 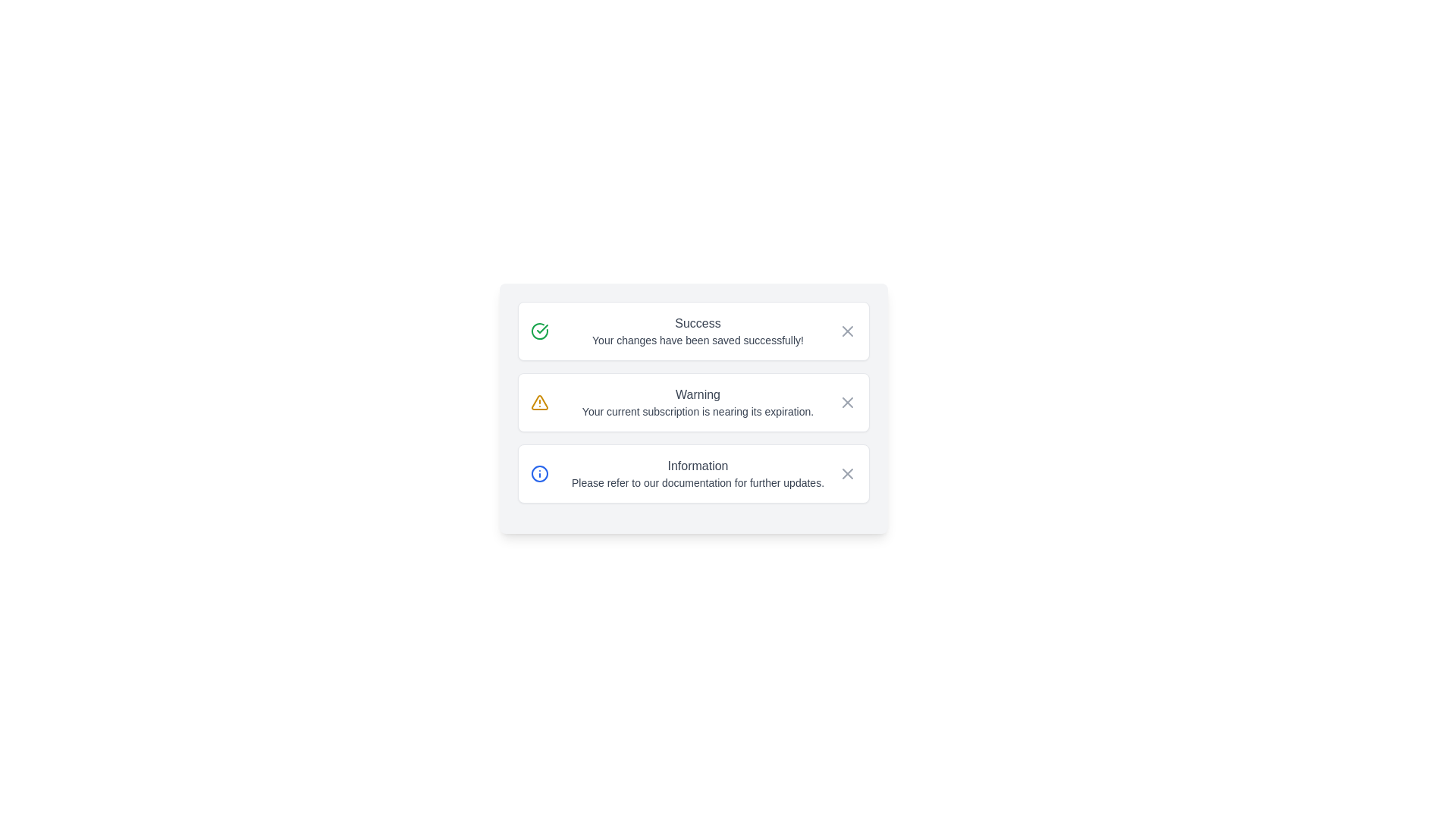 What do you see at coordinates (697, 394) in the screenshot?
I see `the bold text label 'Warning'` at bounding box center [697, 394].